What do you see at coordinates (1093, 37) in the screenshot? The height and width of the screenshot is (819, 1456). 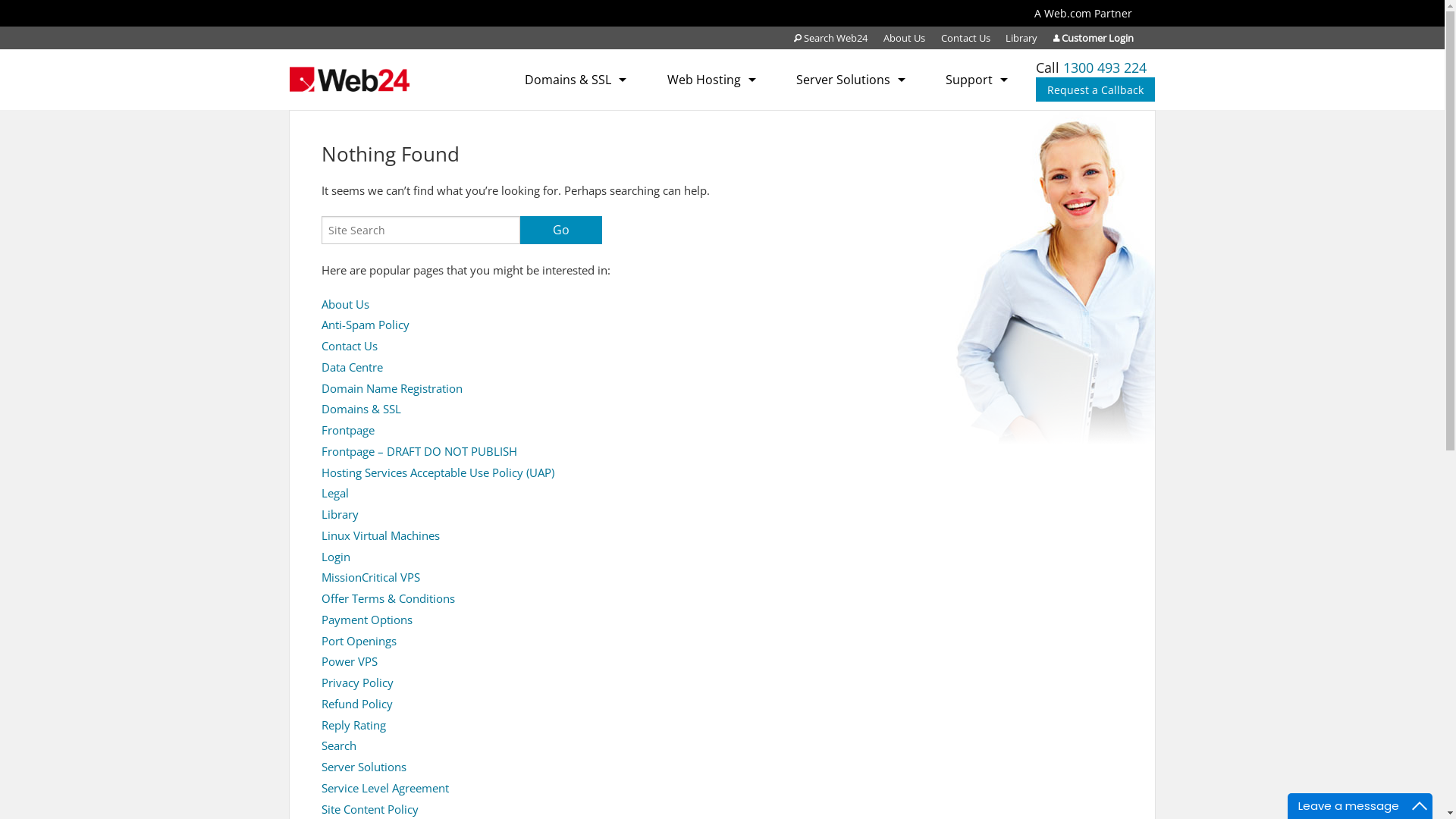 I see `'Customer Login'` at bounding box center [1093, 37].